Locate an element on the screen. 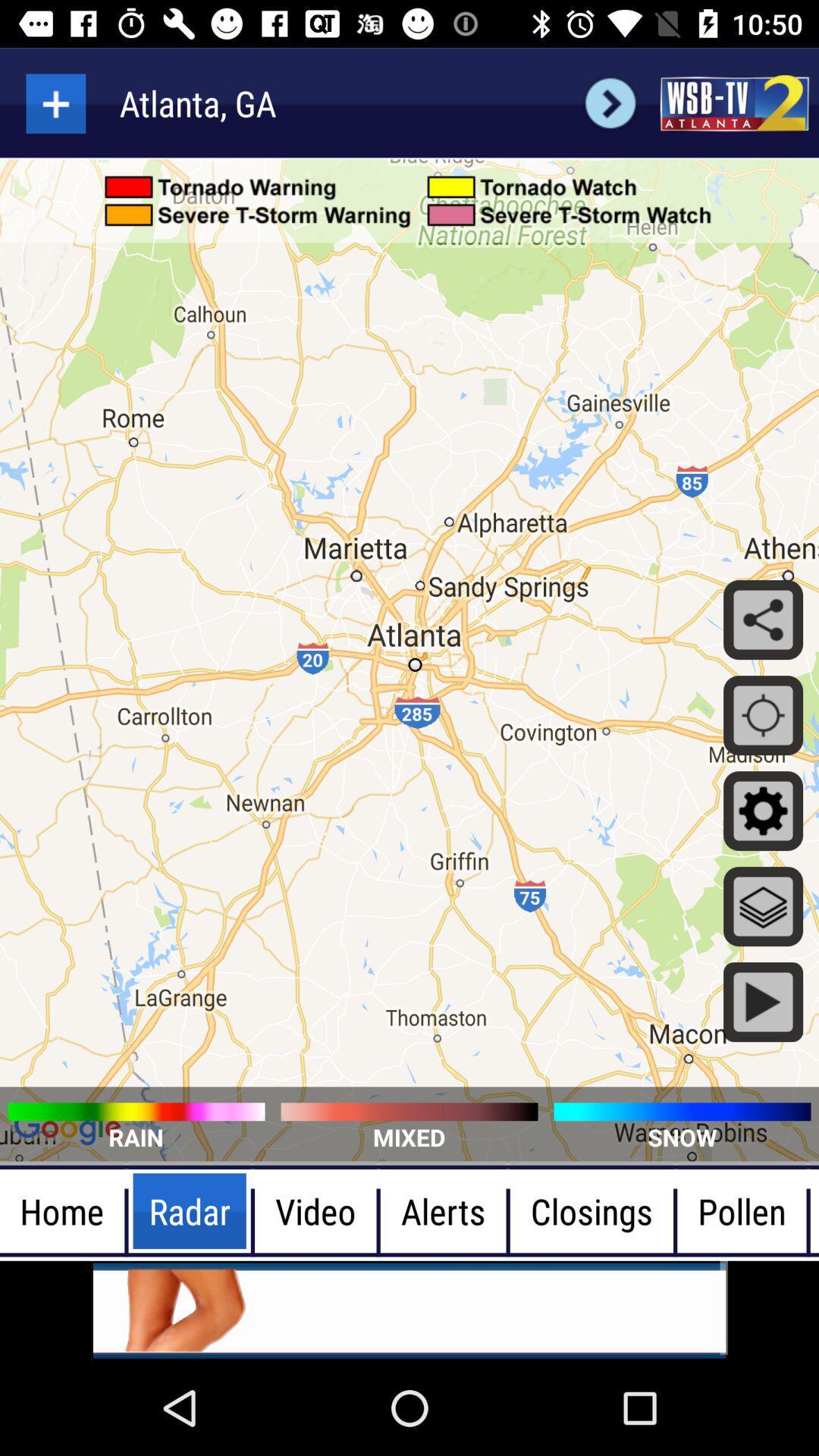 The image size is (819, 1456). next arrow icon is located at coordinates (610, 102).